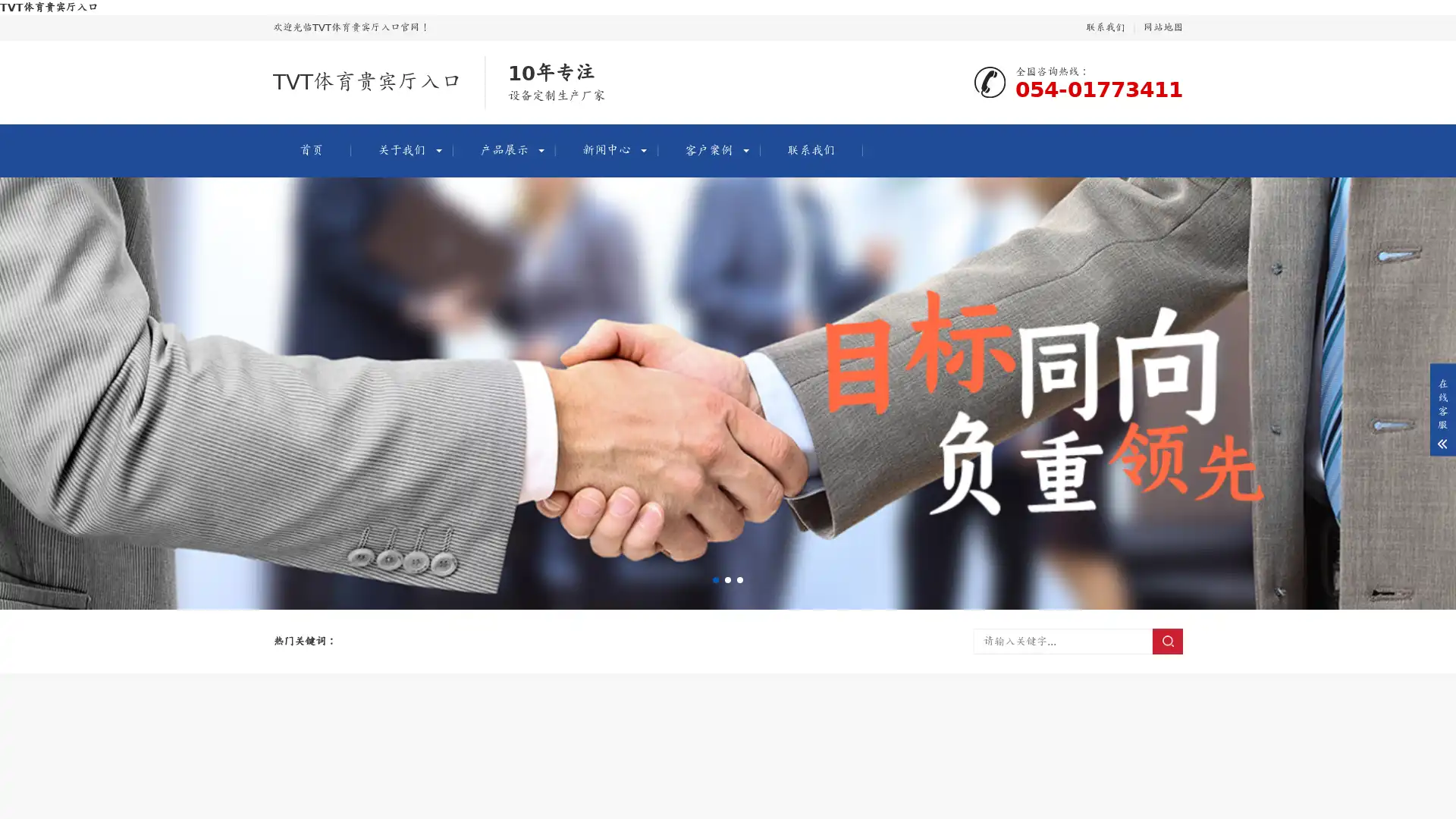 This screenshot has width=1456, height=819. Describe the element at coordinates (739, 579) in the screenshot. I see `Go to slide 3` at that location.